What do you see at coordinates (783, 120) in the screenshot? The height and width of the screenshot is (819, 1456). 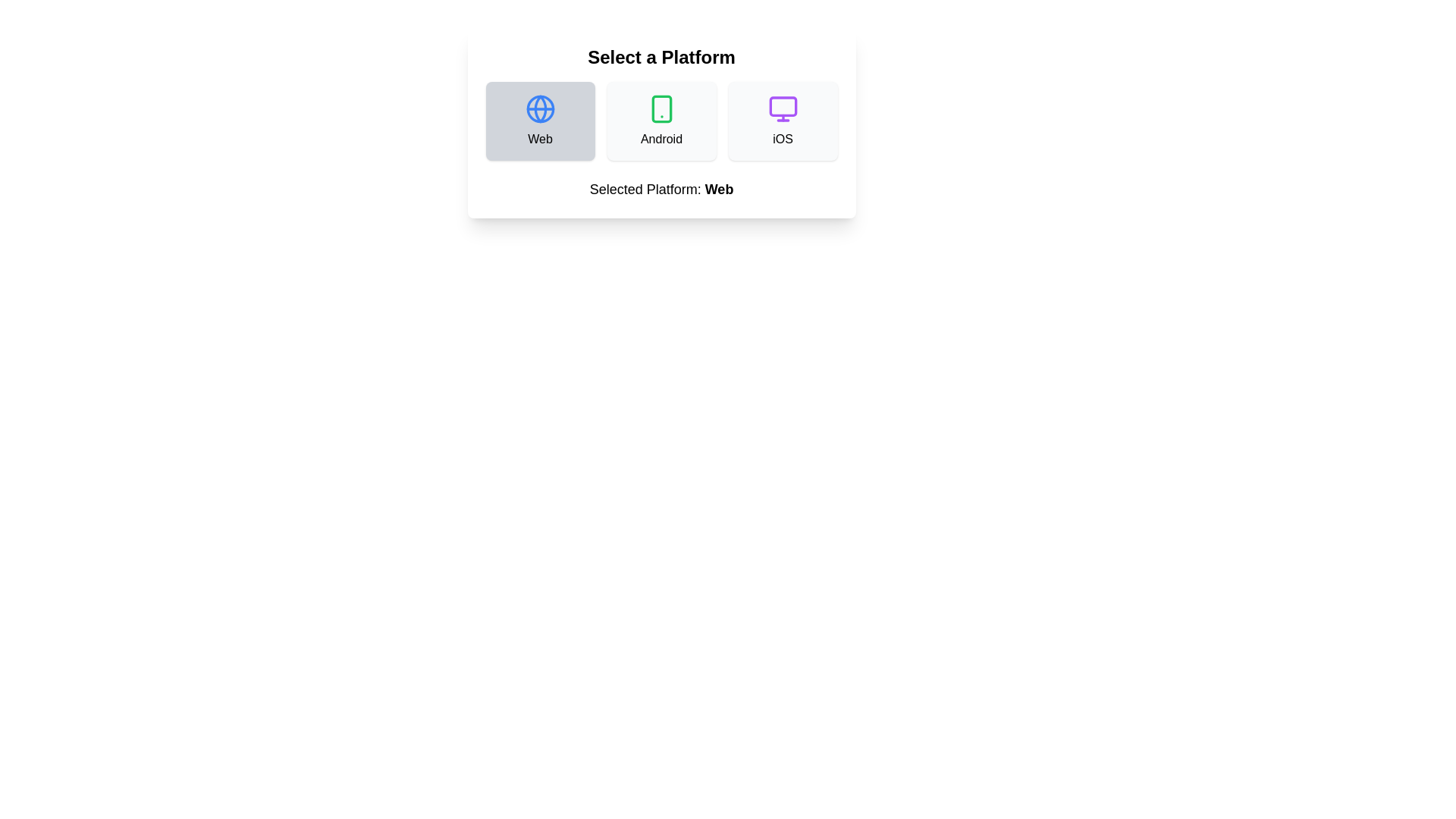 I see `the platform iOS by clicking its corresponding button` at bounding box center [783, 120].